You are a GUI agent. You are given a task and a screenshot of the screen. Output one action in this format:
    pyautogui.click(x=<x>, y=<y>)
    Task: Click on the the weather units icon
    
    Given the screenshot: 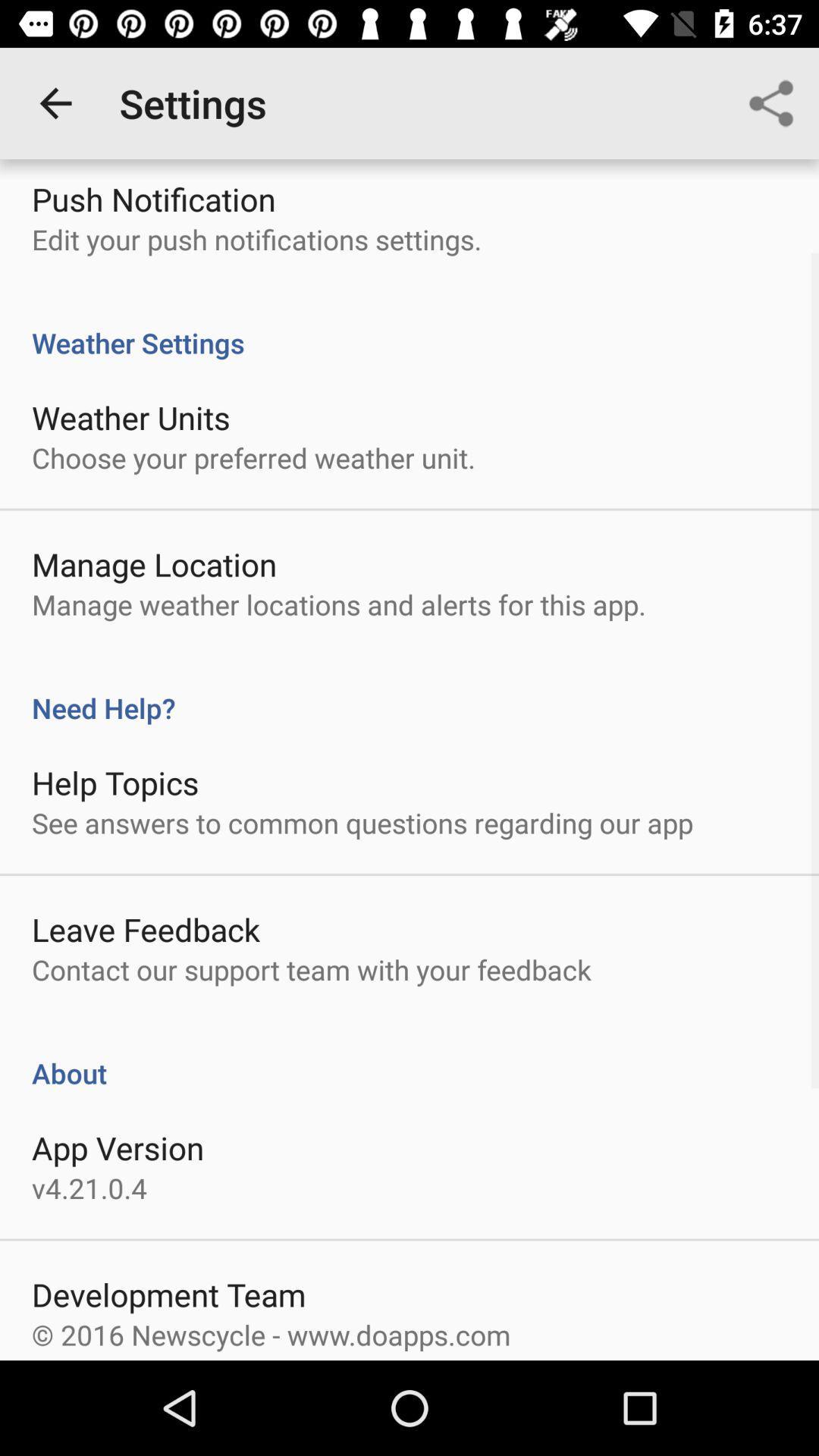 What is the action you would take?
    pyautogui.click(x=130, y=417)
    